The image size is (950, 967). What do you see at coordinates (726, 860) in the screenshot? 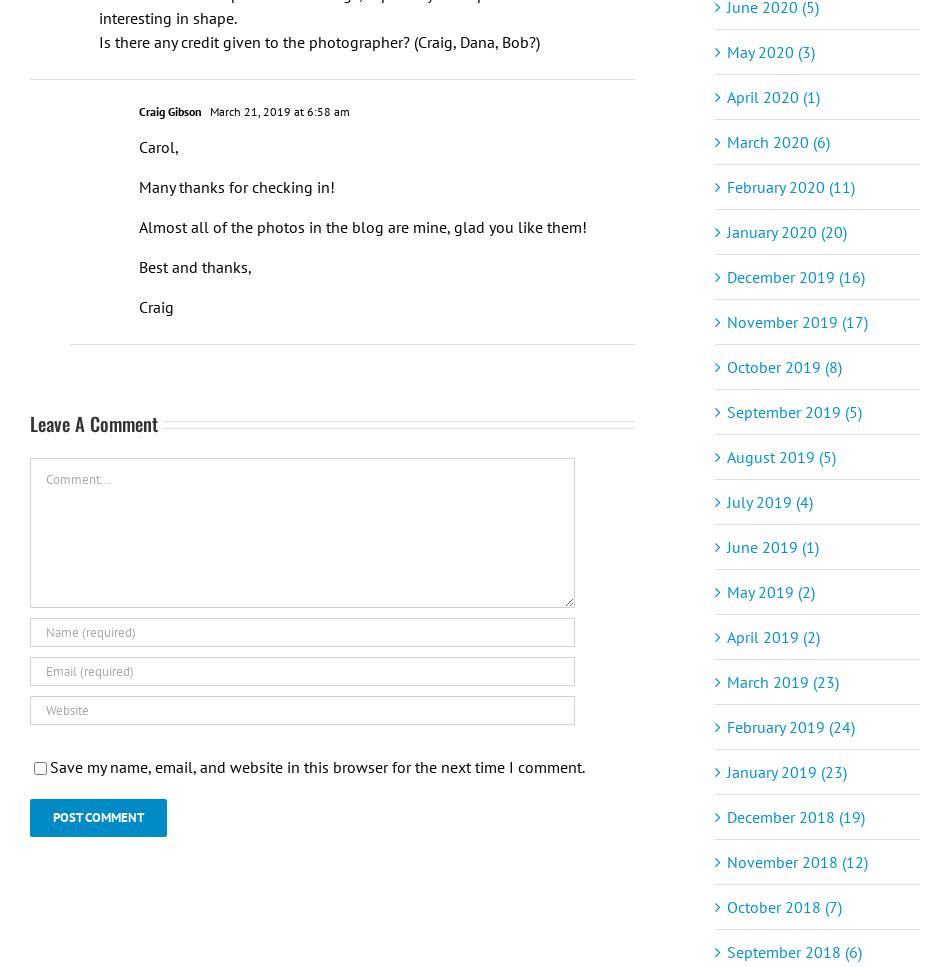
I see `'November 2018 (12)'` at bounding box center [726, 860].